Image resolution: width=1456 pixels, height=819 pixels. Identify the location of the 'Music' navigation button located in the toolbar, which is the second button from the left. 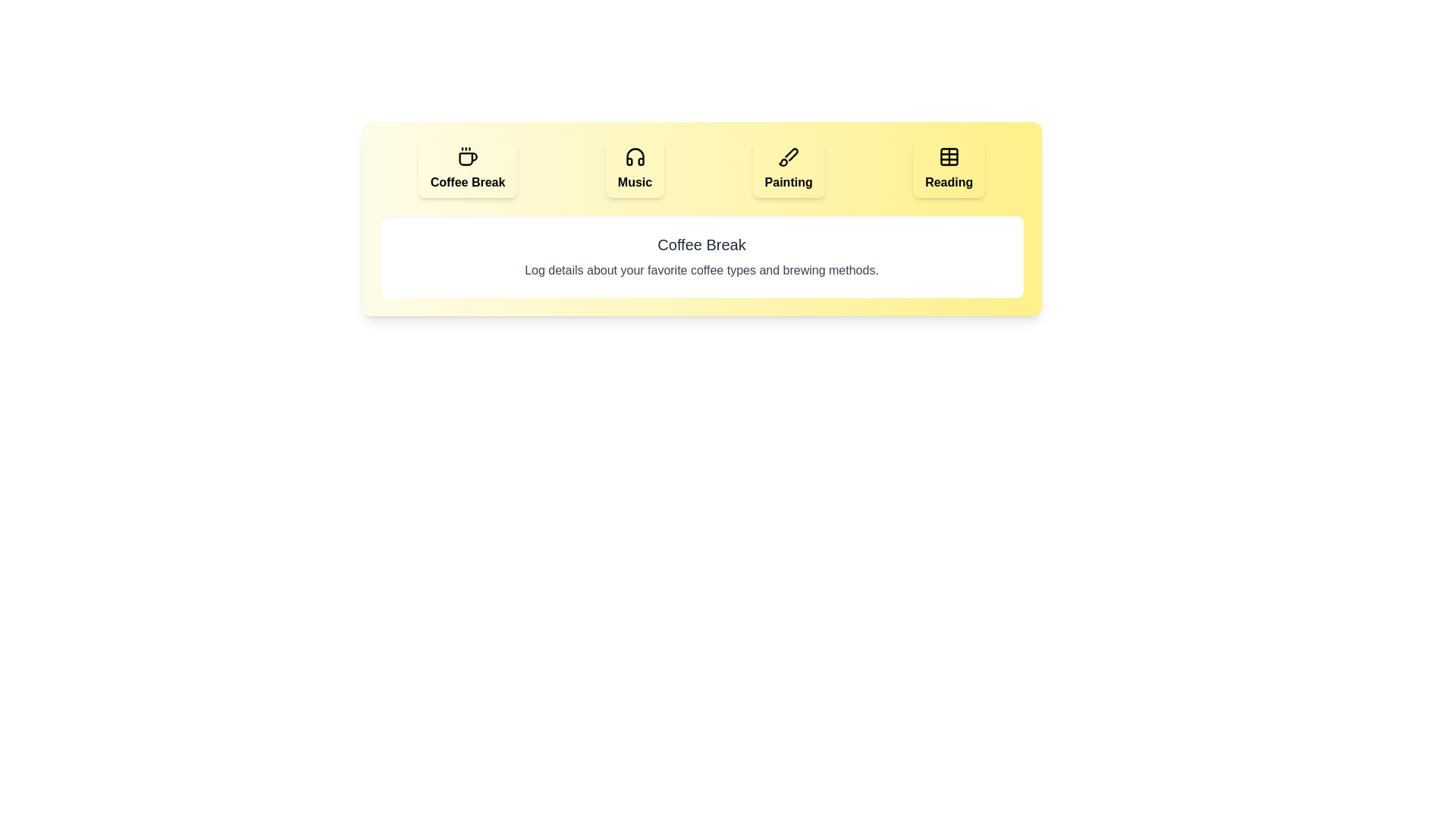
(635, 169).